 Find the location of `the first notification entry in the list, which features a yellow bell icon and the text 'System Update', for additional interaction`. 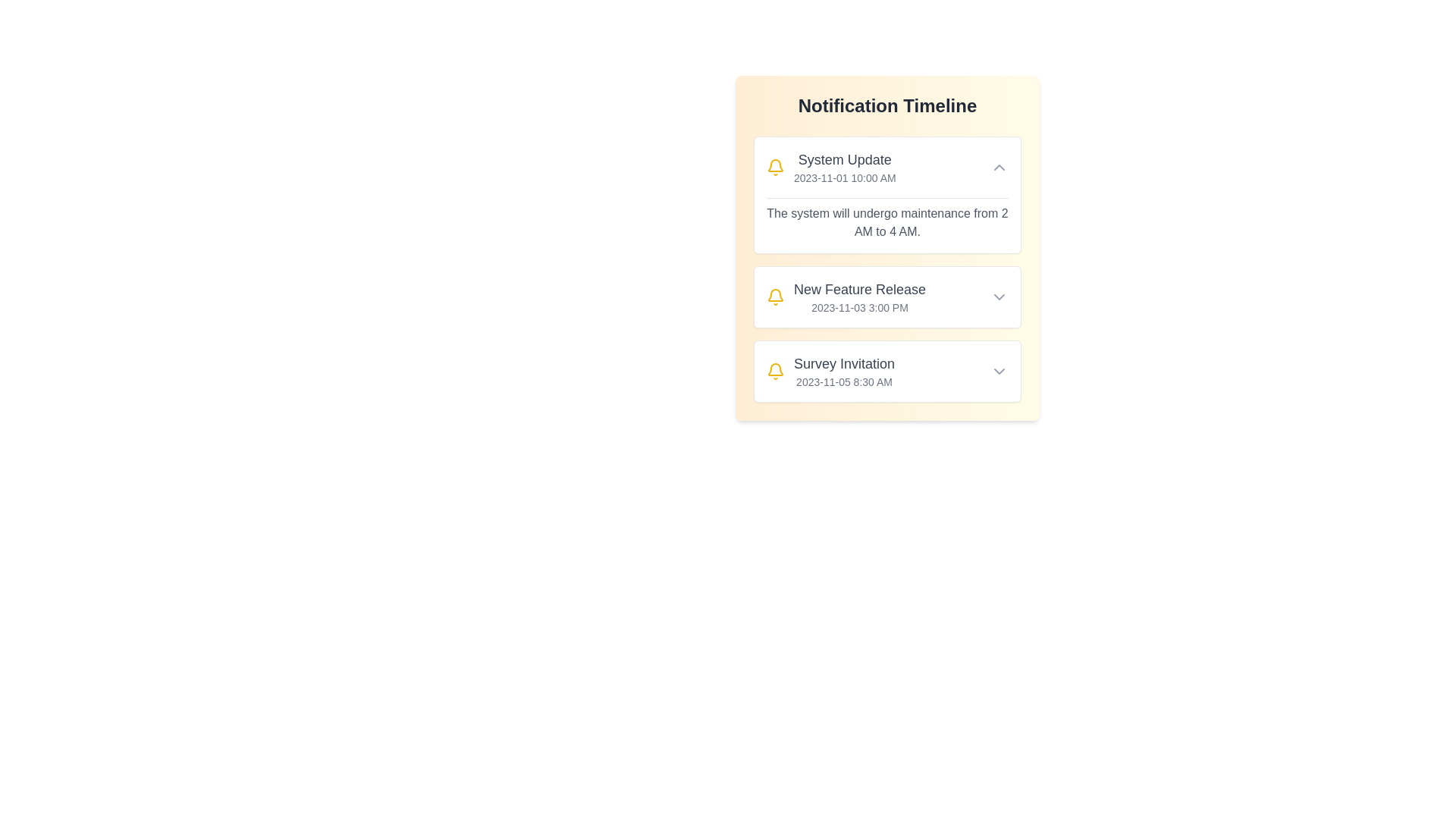

the first notification entry in the list, which features a yellow bell icon and the text 'System Update', for additional interaction is located at coordinates (887, 167).